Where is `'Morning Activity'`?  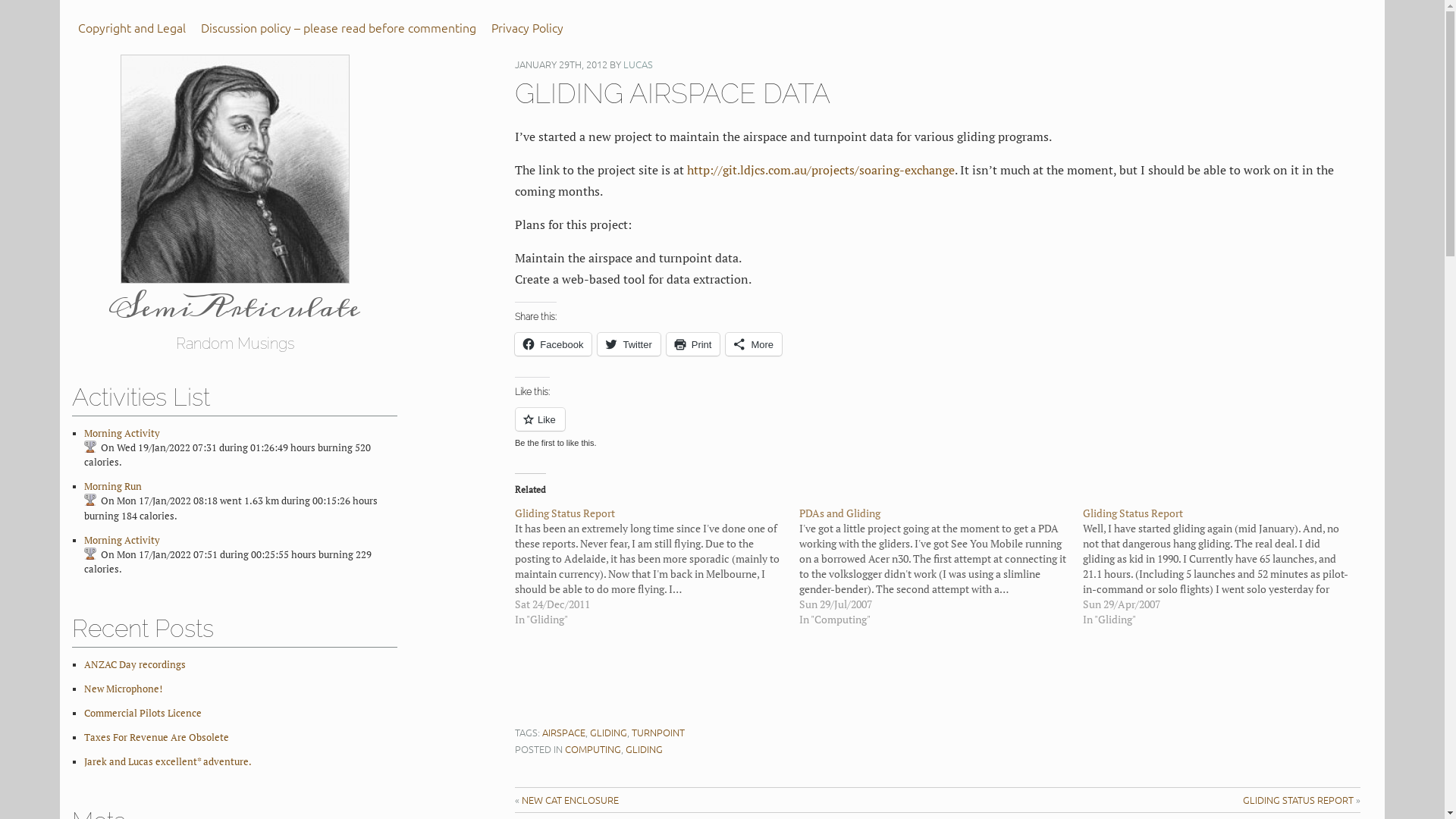
'Morning Activity' is located at coordinates (122, 539).